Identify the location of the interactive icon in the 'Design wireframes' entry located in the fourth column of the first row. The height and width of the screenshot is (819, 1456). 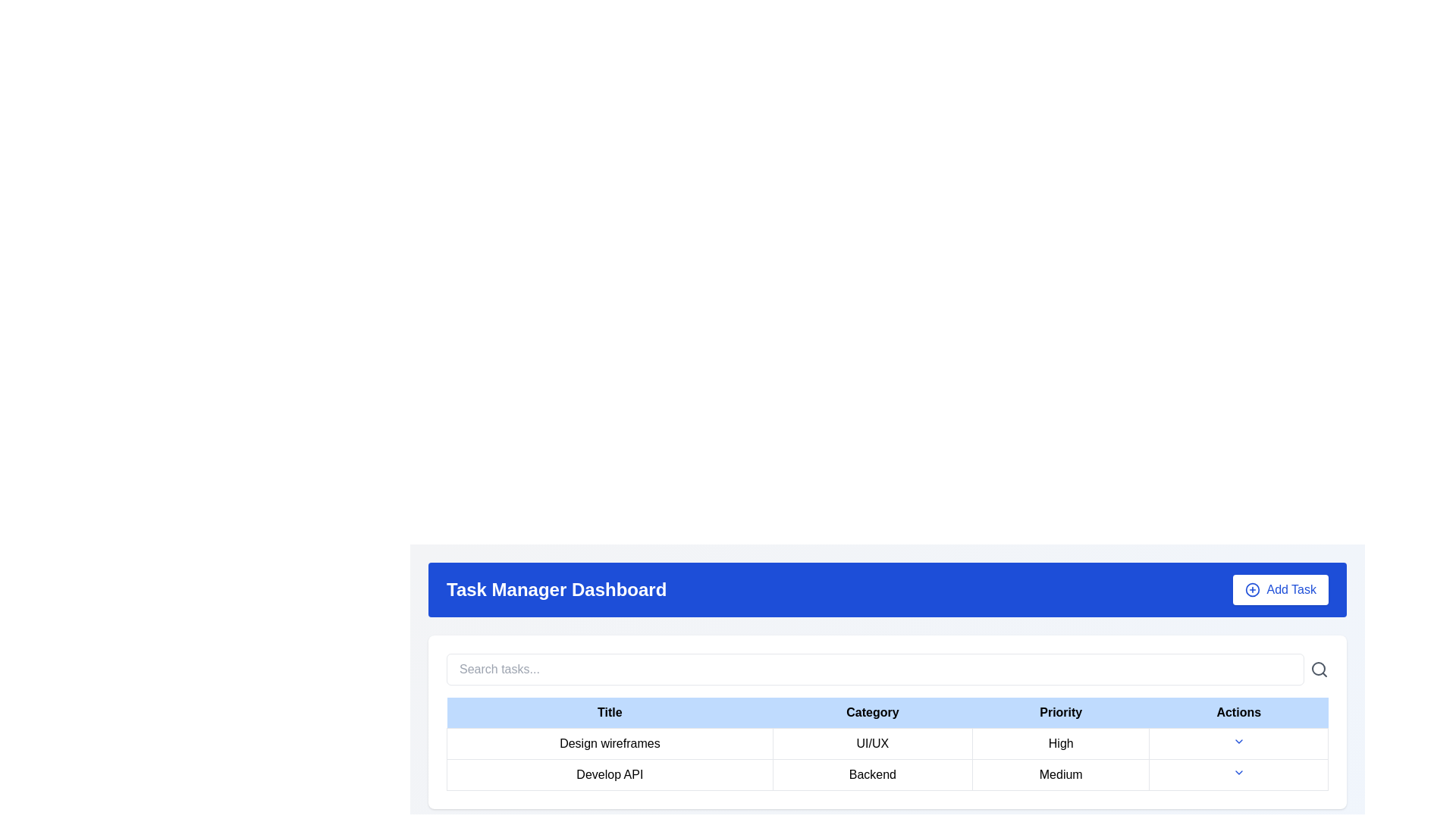
(1238, 742).